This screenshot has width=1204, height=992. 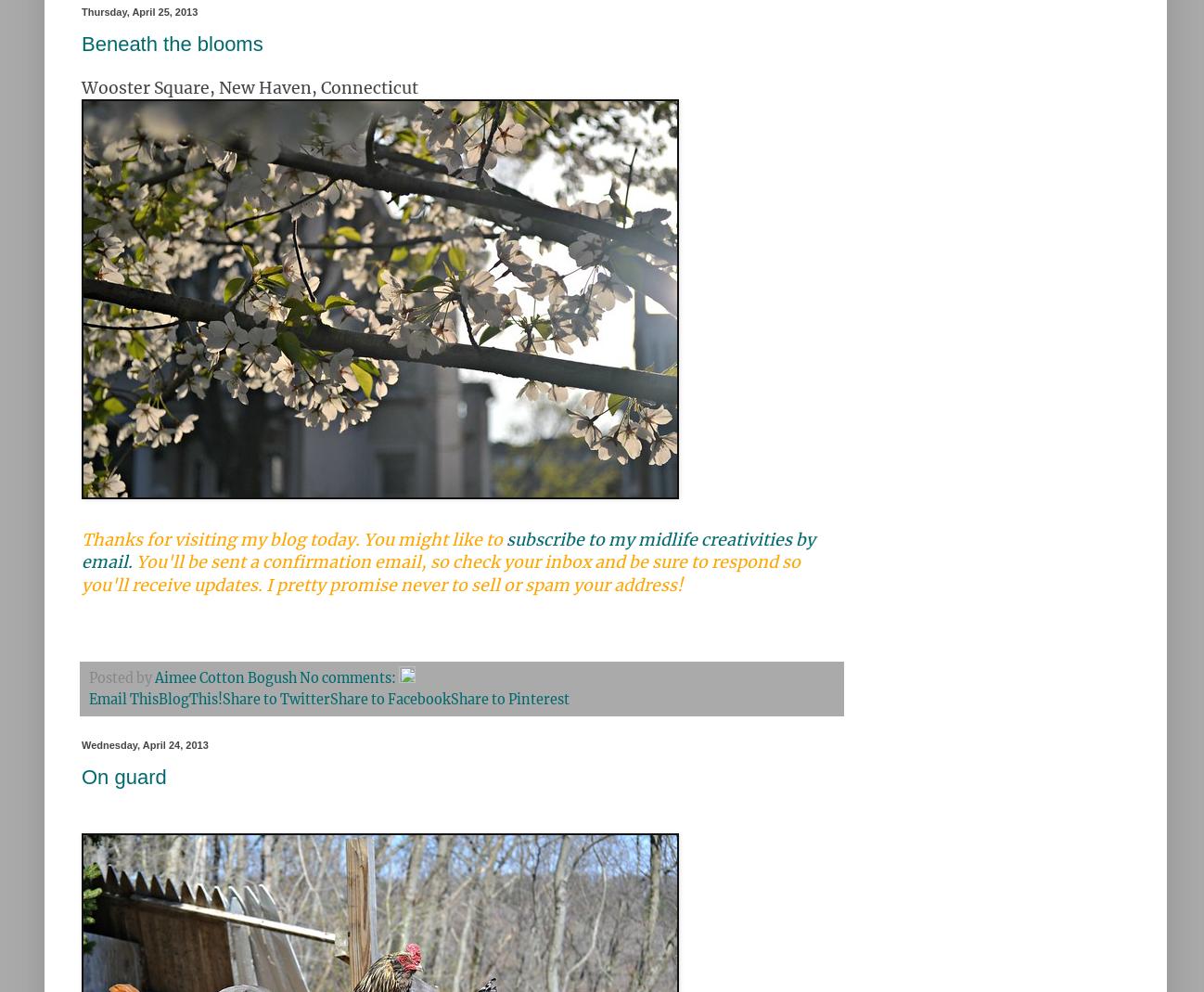 I want to click on 'Share to Facebook', so click(x=389, y=699).